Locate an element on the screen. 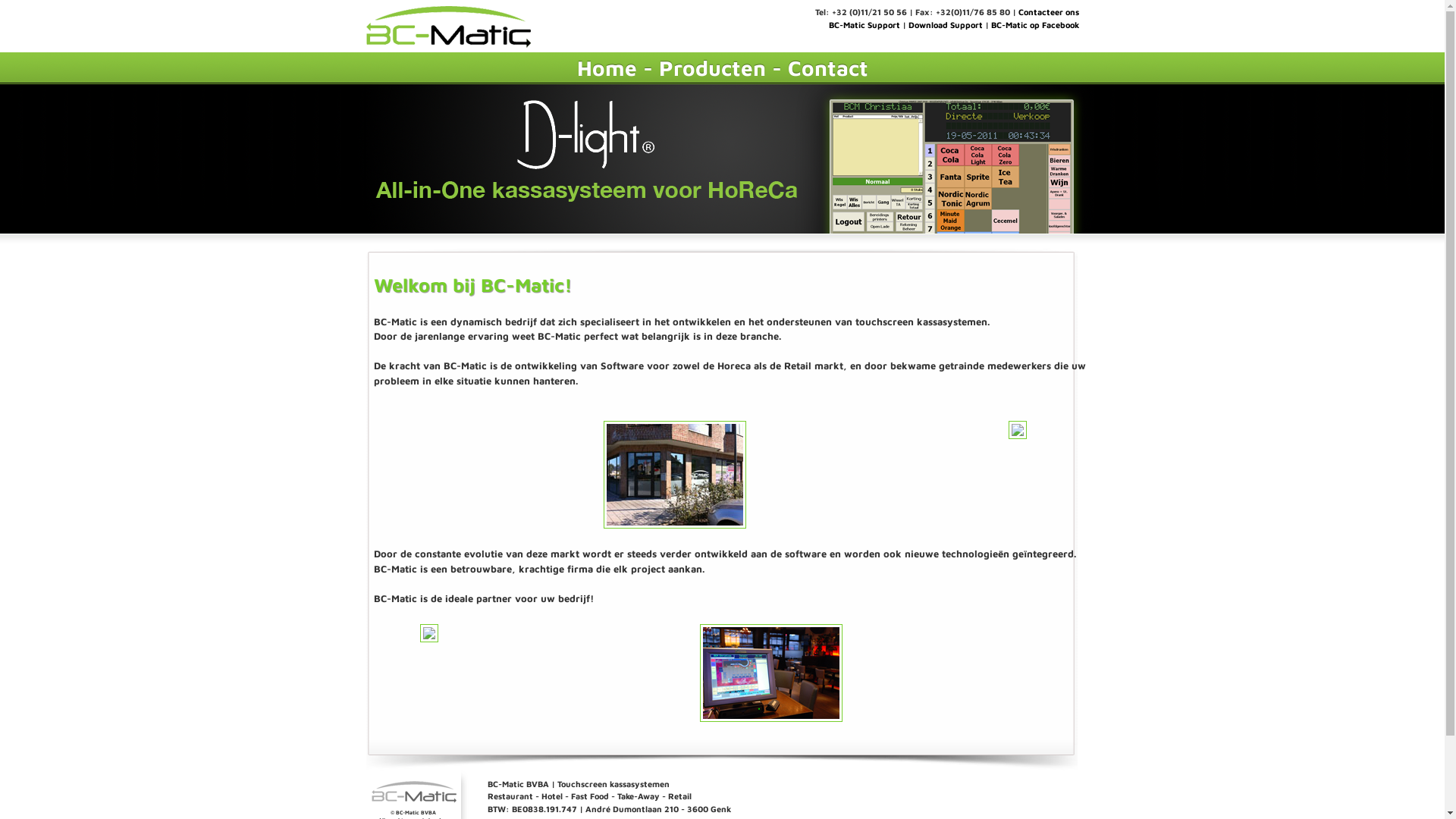 The height and width of the screenshot is (819, 1456). 'Contact' is located at coordinates (826, 67).